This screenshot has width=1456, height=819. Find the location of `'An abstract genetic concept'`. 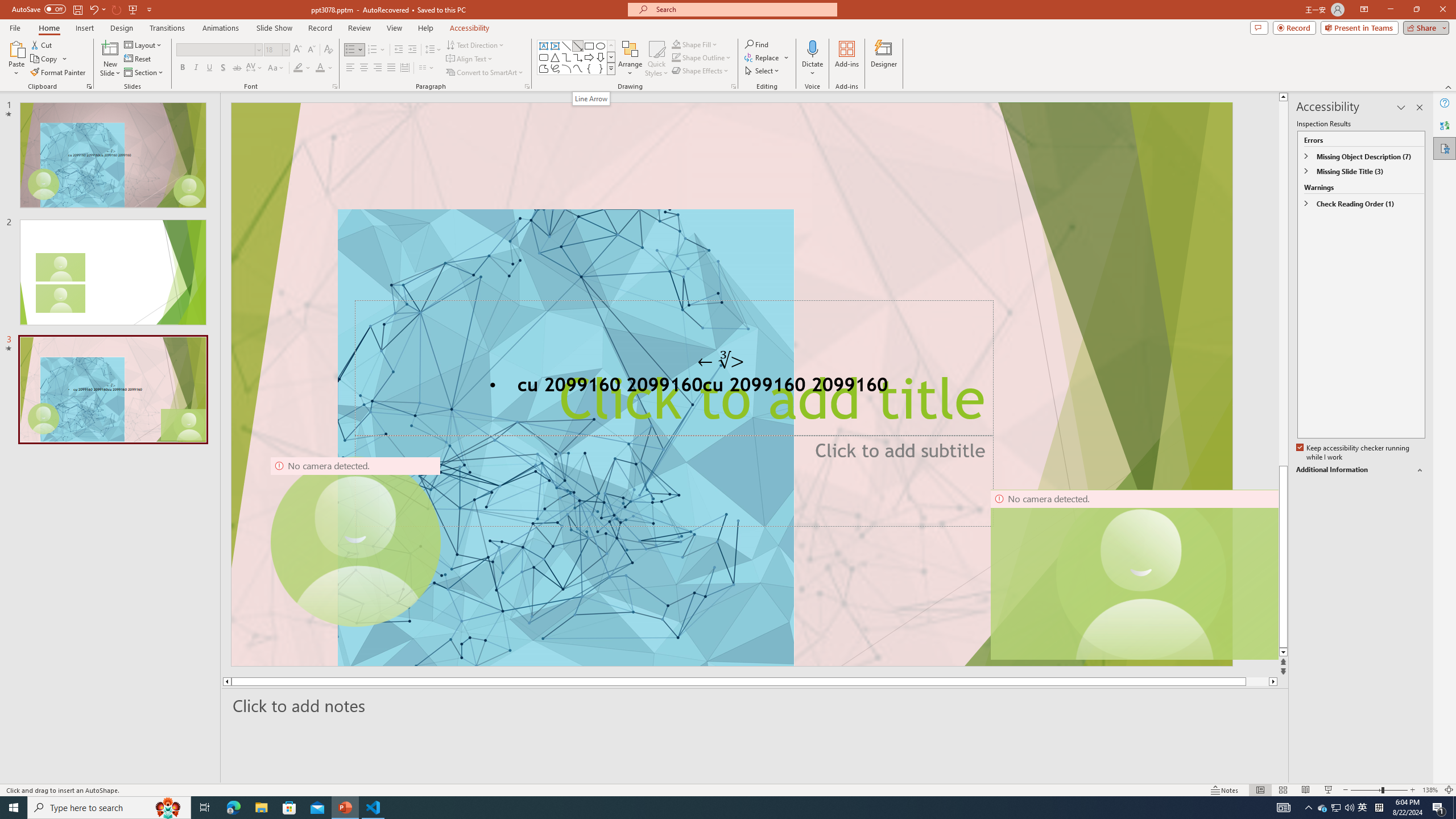

'An abstract genetic concept' is located at coordinates (731, 384).